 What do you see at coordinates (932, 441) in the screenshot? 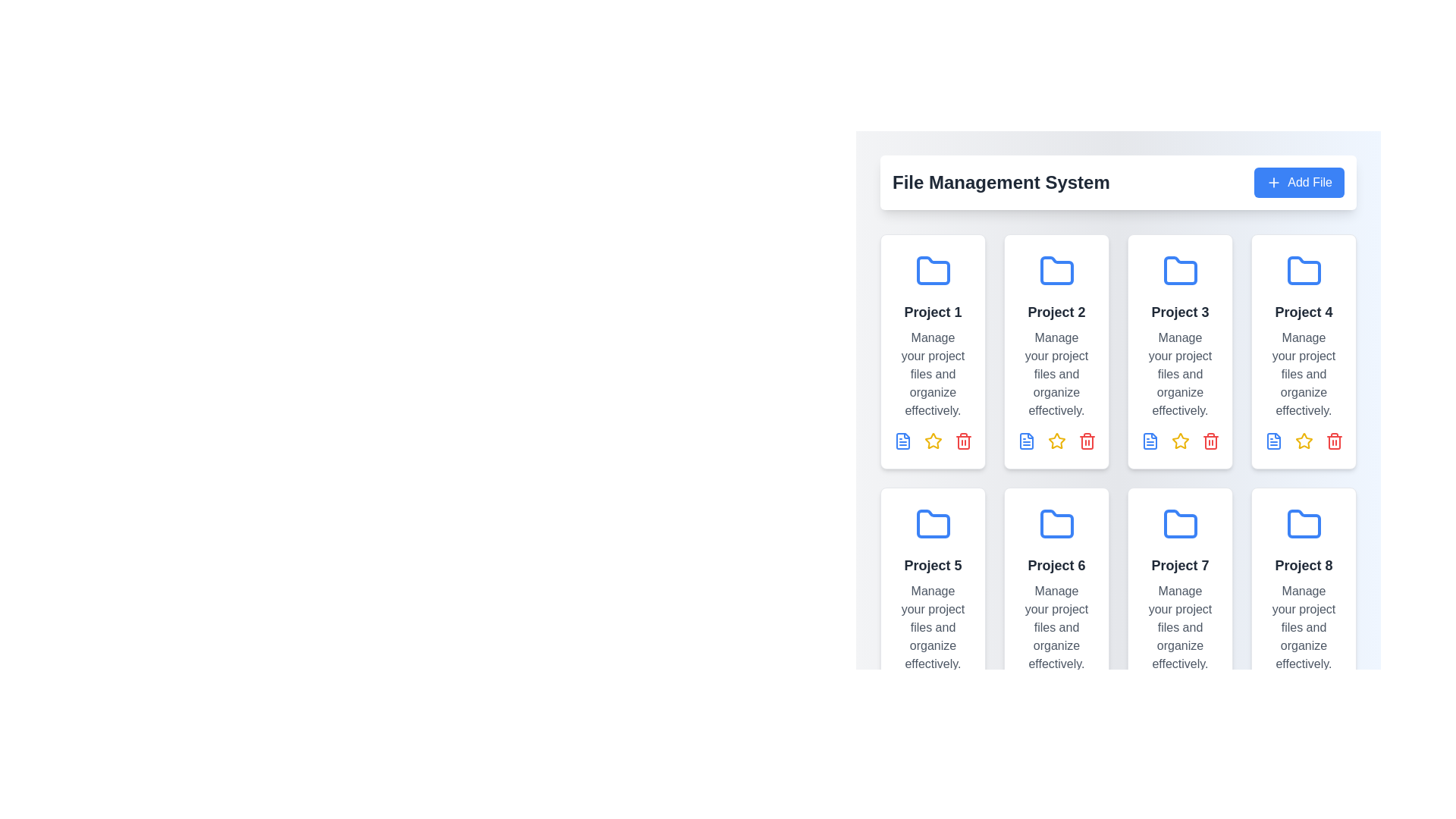
I see `the favorite button (star icon) located in the middle of the interactive icons row under 'Project 1' to mark 'Project 1' as a favorite` at bounding box center [932, 441].